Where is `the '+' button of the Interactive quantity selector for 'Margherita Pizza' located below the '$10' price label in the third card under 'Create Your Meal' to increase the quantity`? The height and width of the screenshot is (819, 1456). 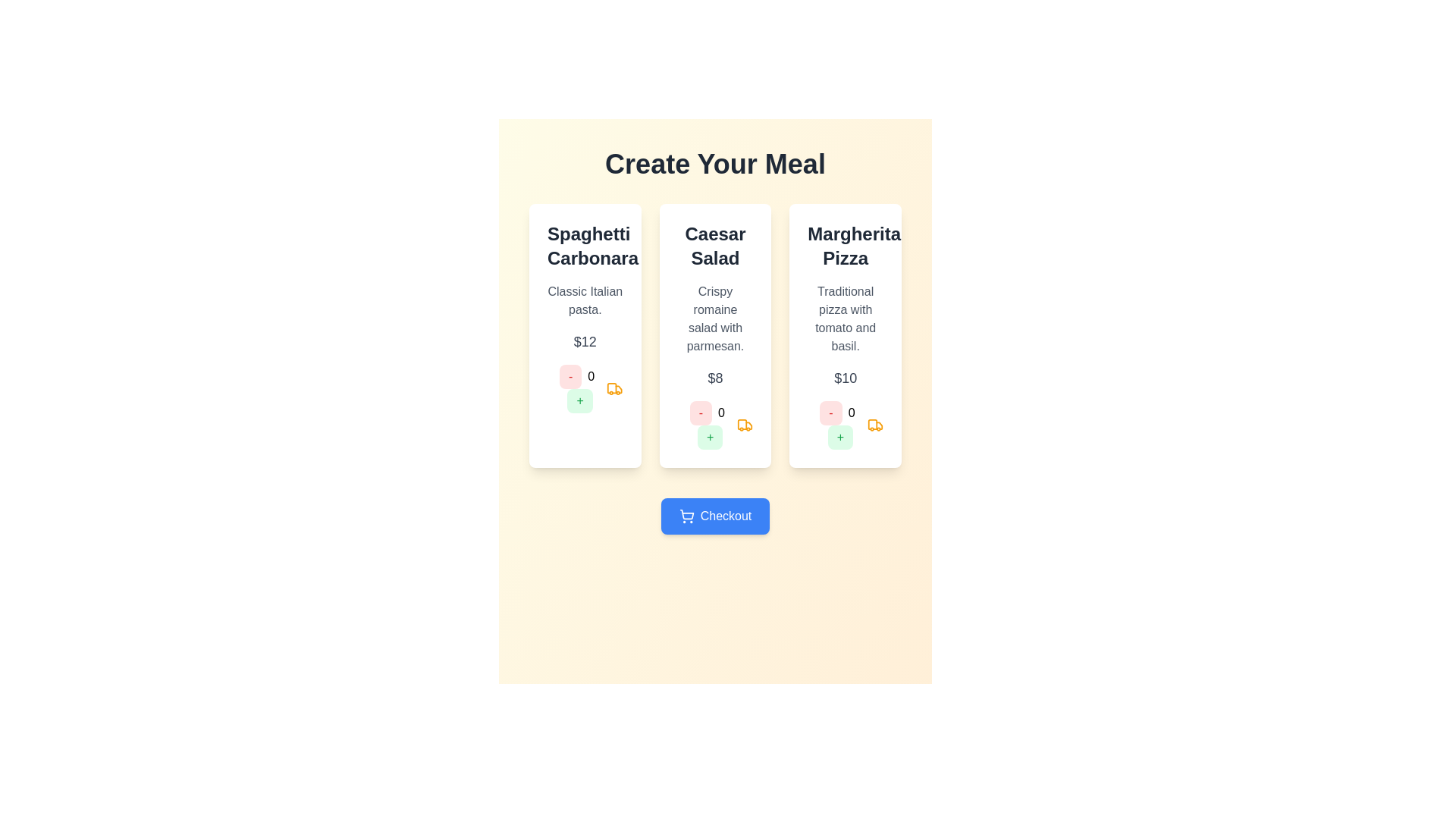
the '+' button of the Interactive quantity selector for 'Margherita Pizza' located below the '$10' price label in the third card under 'Create Your Meal' to increase the quantity is located at coordinates (845, 425).